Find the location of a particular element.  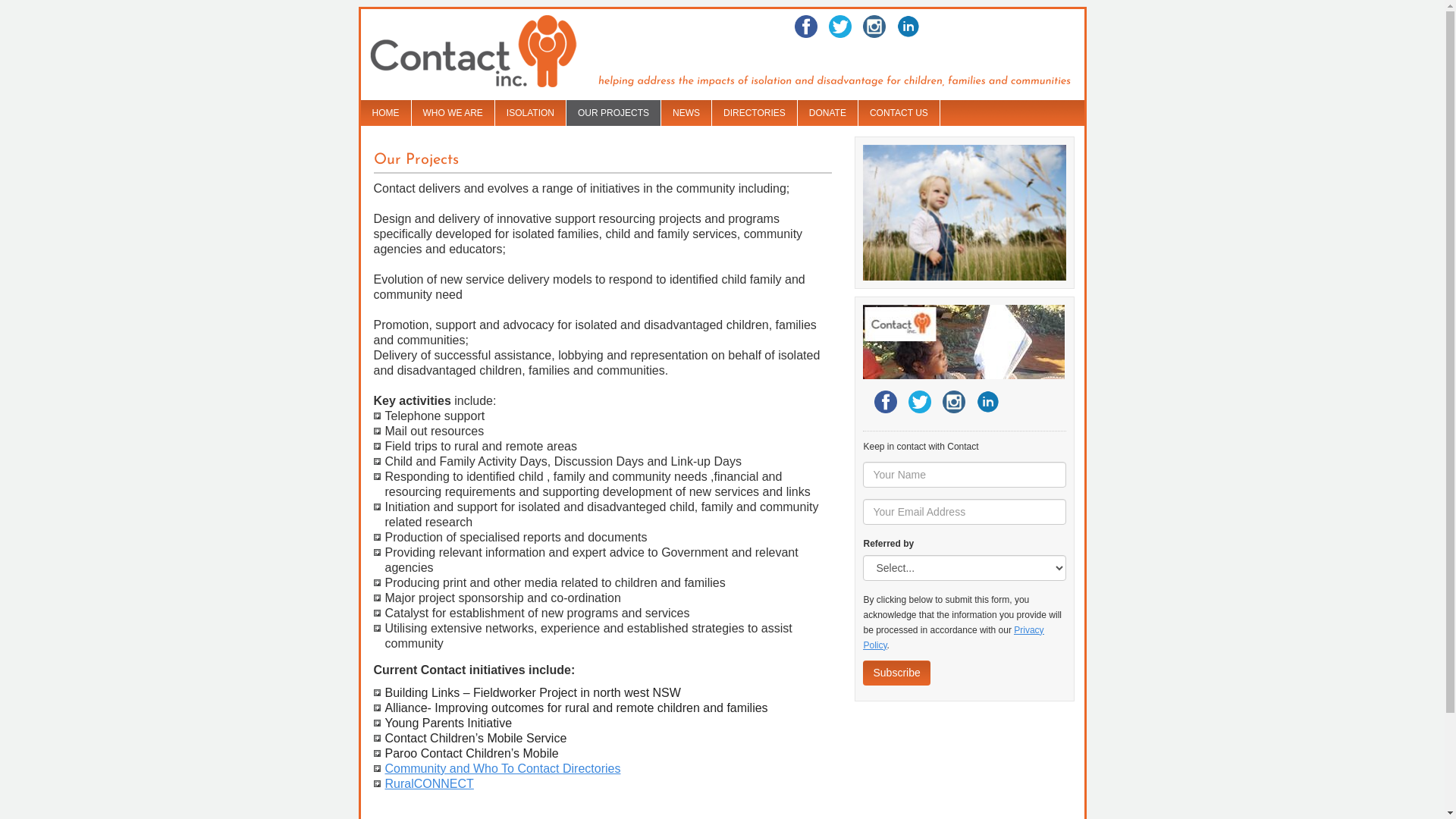

'DIRECTORIES' is located at coordinates (754, 112).